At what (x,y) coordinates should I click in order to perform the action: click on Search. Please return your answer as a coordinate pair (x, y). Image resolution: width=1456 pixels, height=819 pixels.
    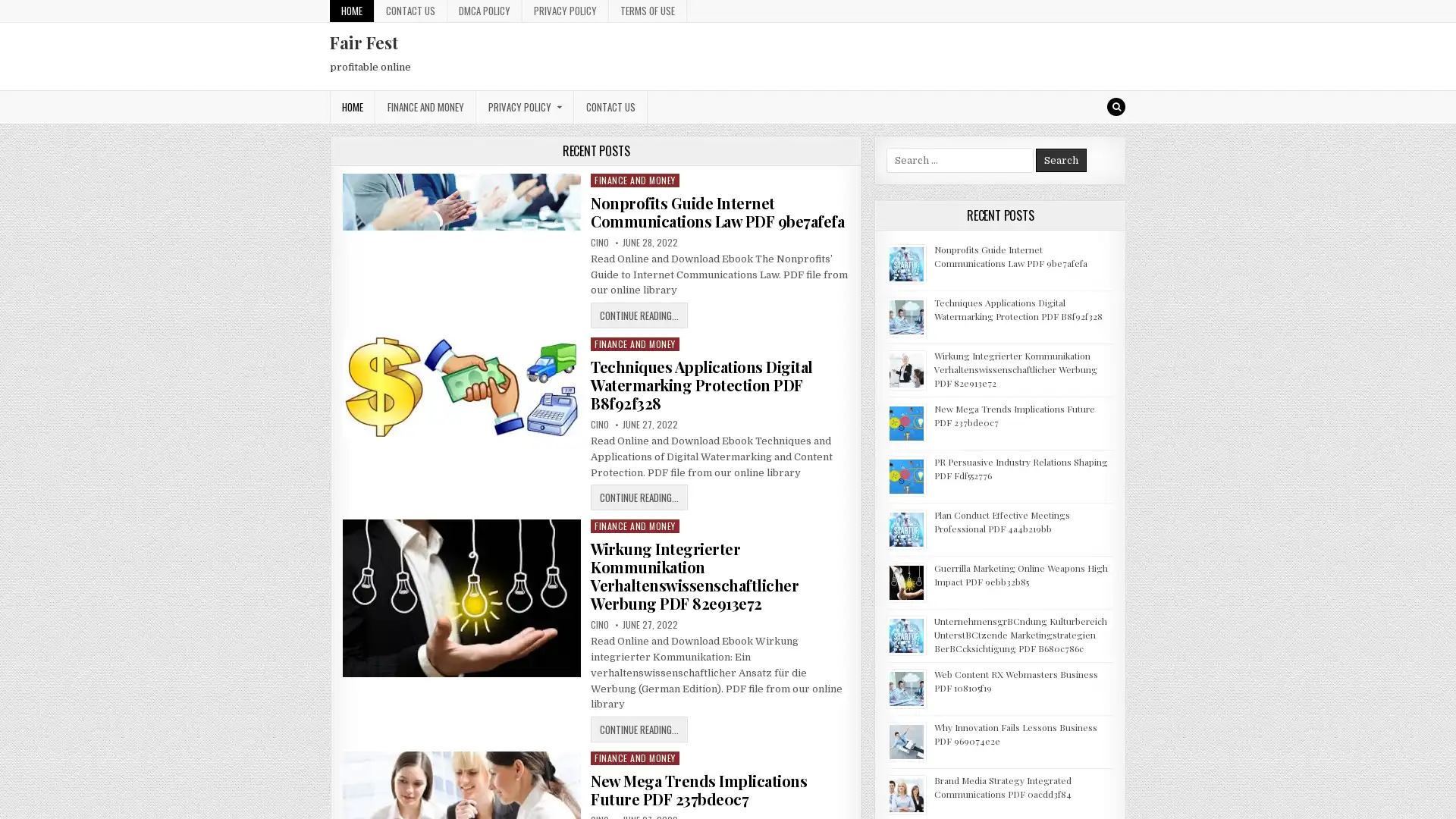
    Looking at the image, I should click on (1060, 160).